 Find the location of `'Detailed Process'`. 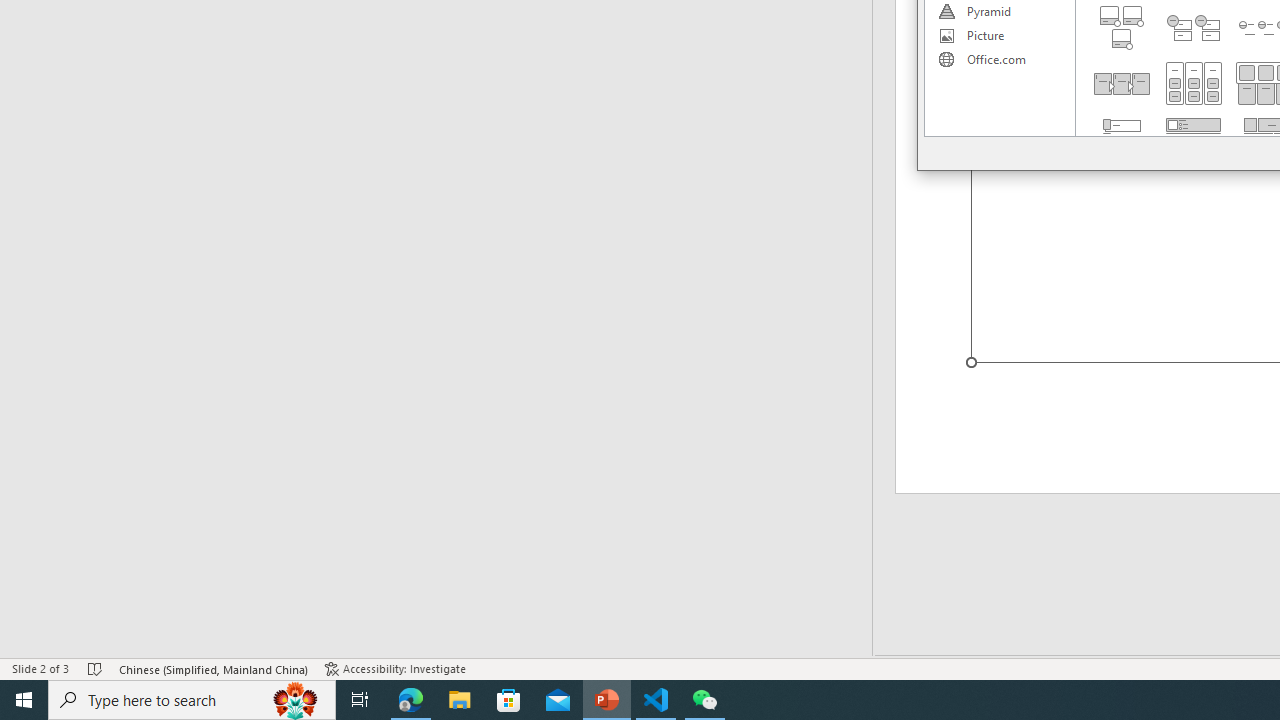

'Detailed Process' is located at coordinates (1121, 83).